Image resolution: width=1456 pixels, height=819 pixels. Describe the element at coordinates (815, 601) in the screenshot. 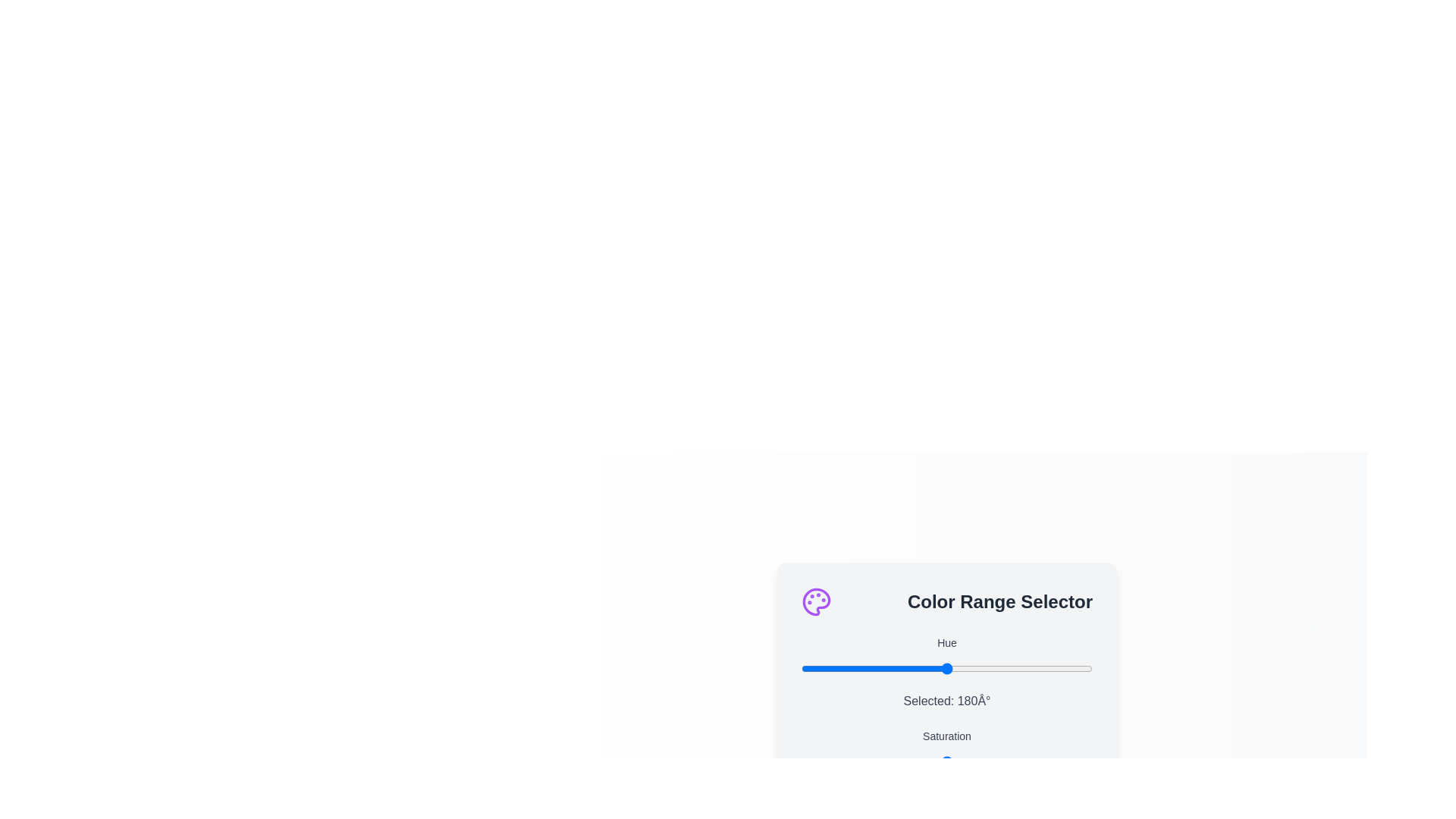

I see `the painter's palette icon with a purple outline located in the top center-right part of the 'Color Range Selector' panel` at that location.